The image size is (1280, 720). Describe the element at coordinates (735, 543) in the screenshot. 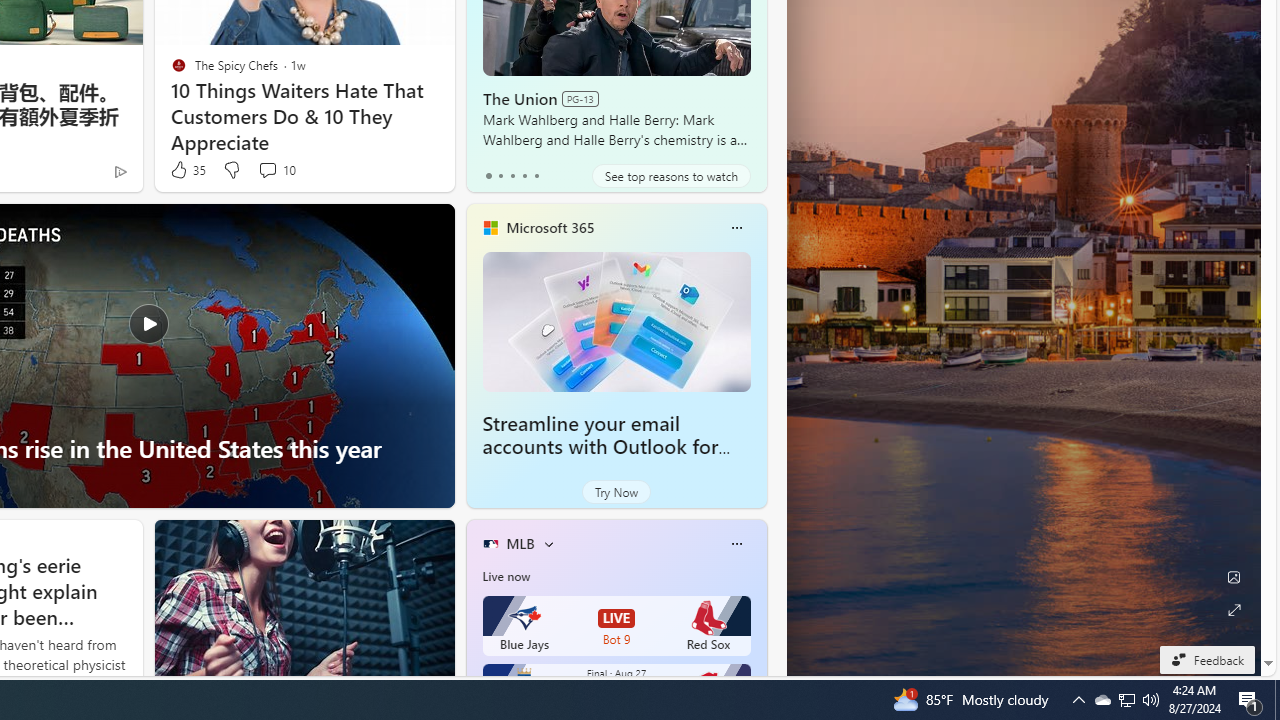

I see `'Class: icon-img'` at that location.